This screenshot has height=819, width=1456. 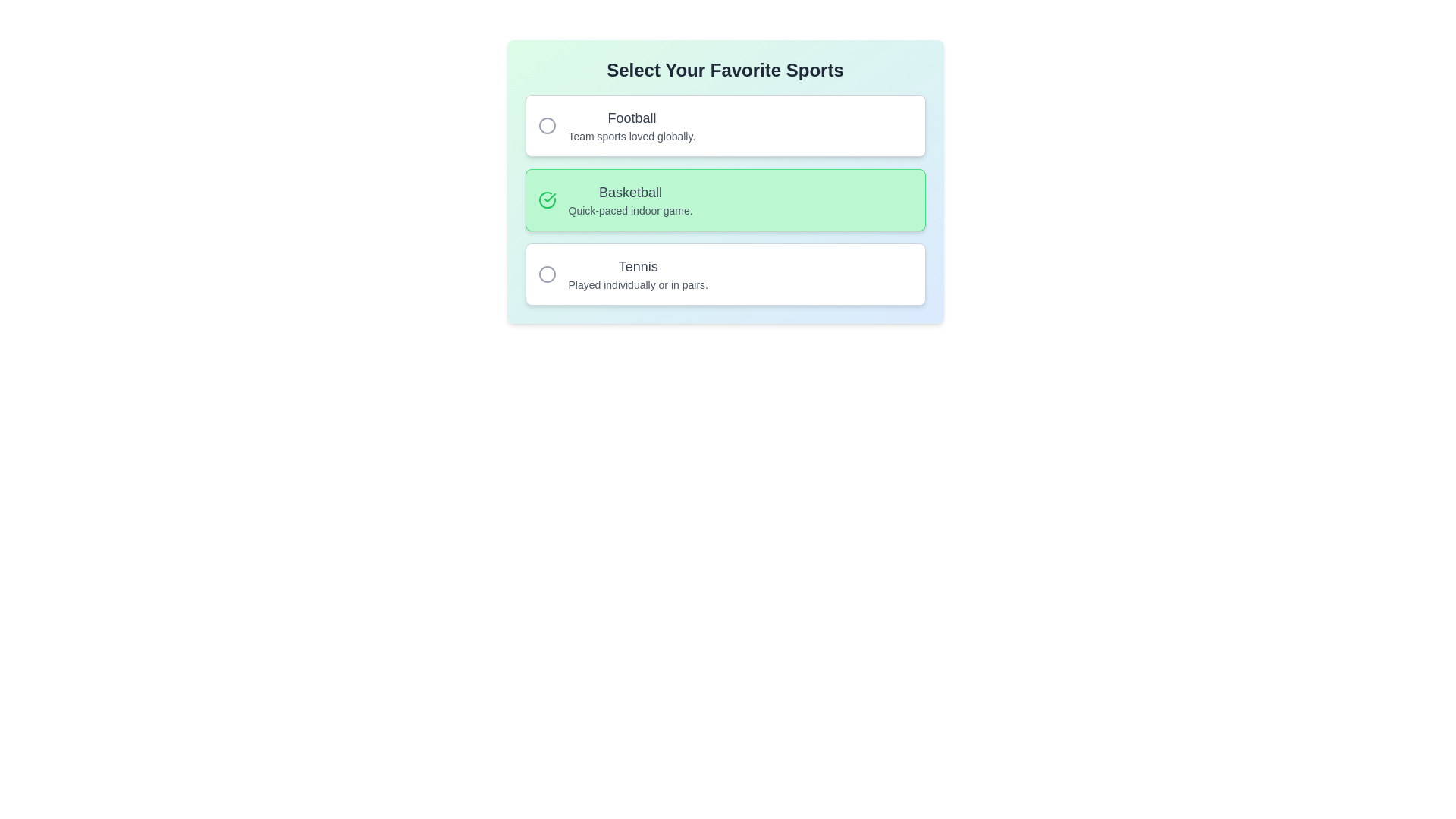 What do you see at coordinates (632, 124) in the screenshot?
I see `descriptive text block for the selectable option related to 'Football', located beneath the circular radio button in the top option of the vertical list of sports` at bounding box center [632, 124].